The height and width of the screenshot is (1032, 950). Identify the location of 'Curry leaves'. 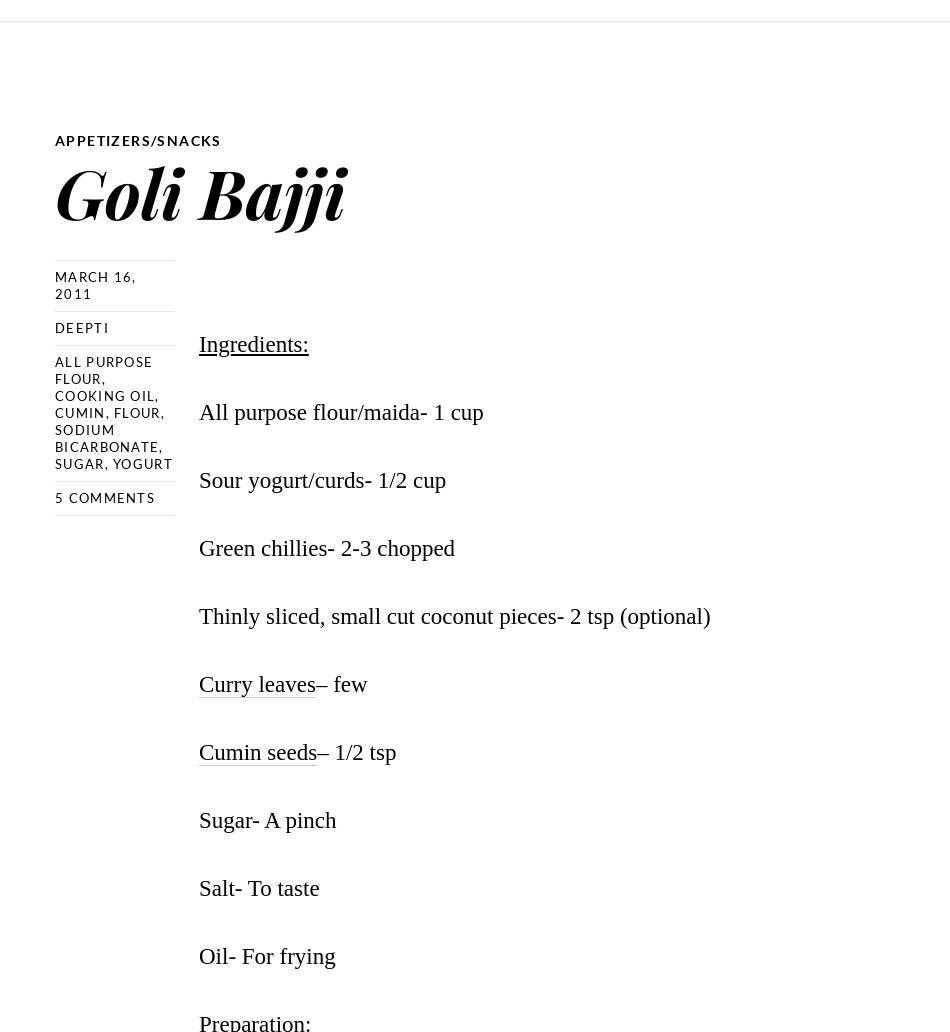
(255, 683).